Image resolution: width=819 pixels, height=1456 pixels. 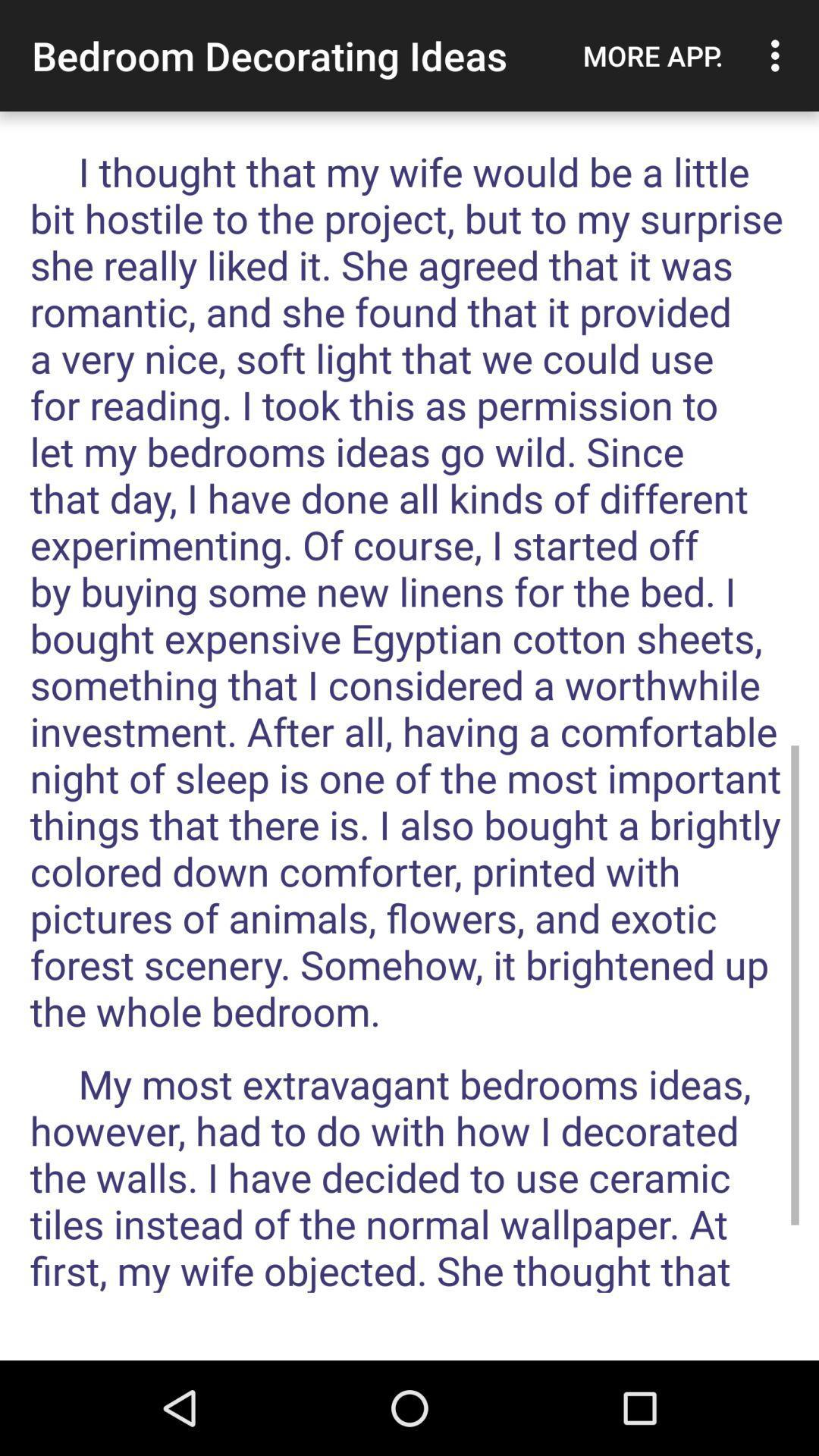 What do you see at coordinates (779, 55) in the screenshot?
I see `the icon next to the more app.` at bounding box center [779, 55].